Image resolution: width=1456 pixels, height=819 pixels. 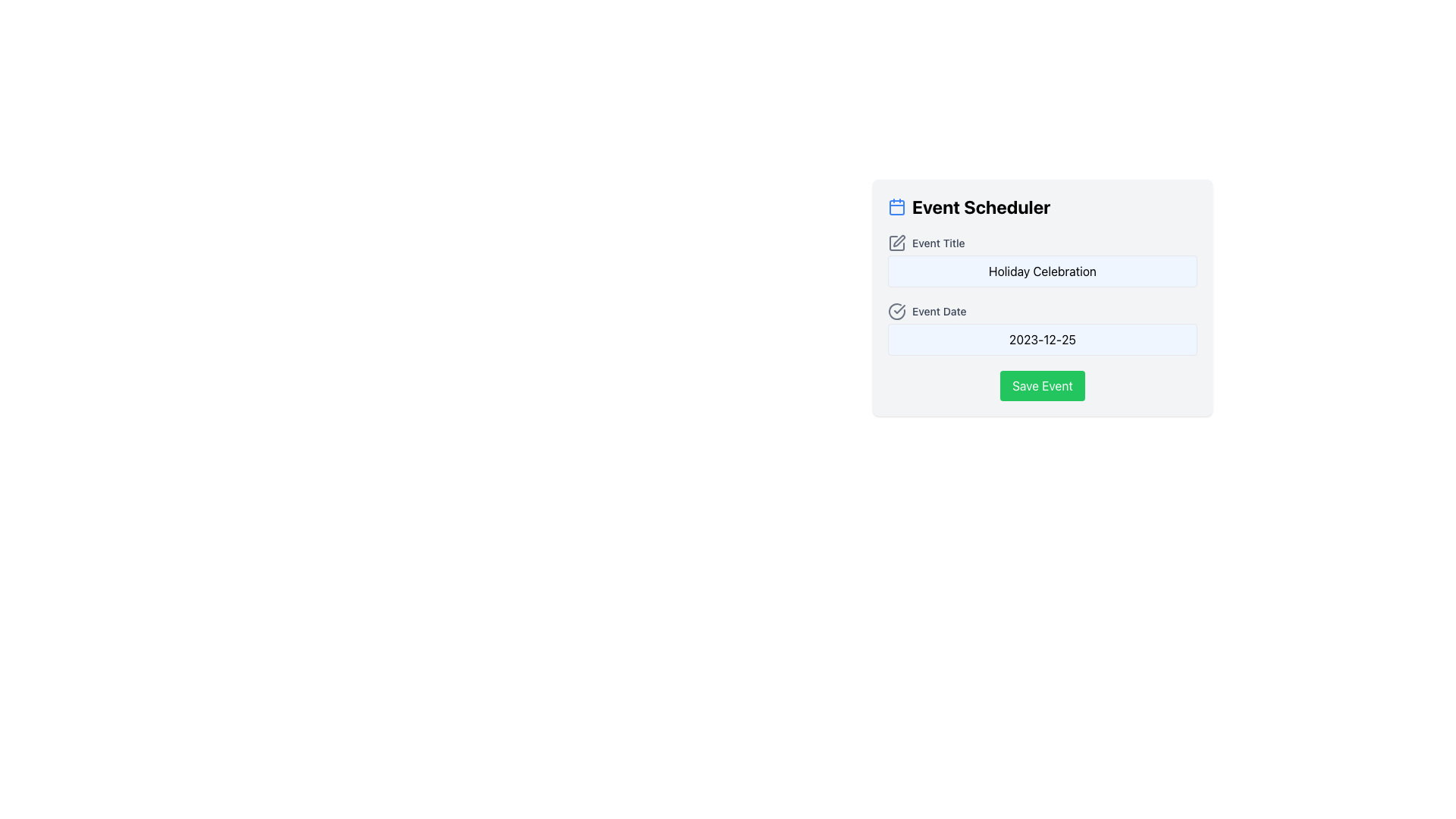 What do you see at coordinates (896, 242) in the screenshot?
I see `the edit icon located to the left of the 'Event Title' text input box in the event scheduler section for interaction` at bounding box center [896, 242].